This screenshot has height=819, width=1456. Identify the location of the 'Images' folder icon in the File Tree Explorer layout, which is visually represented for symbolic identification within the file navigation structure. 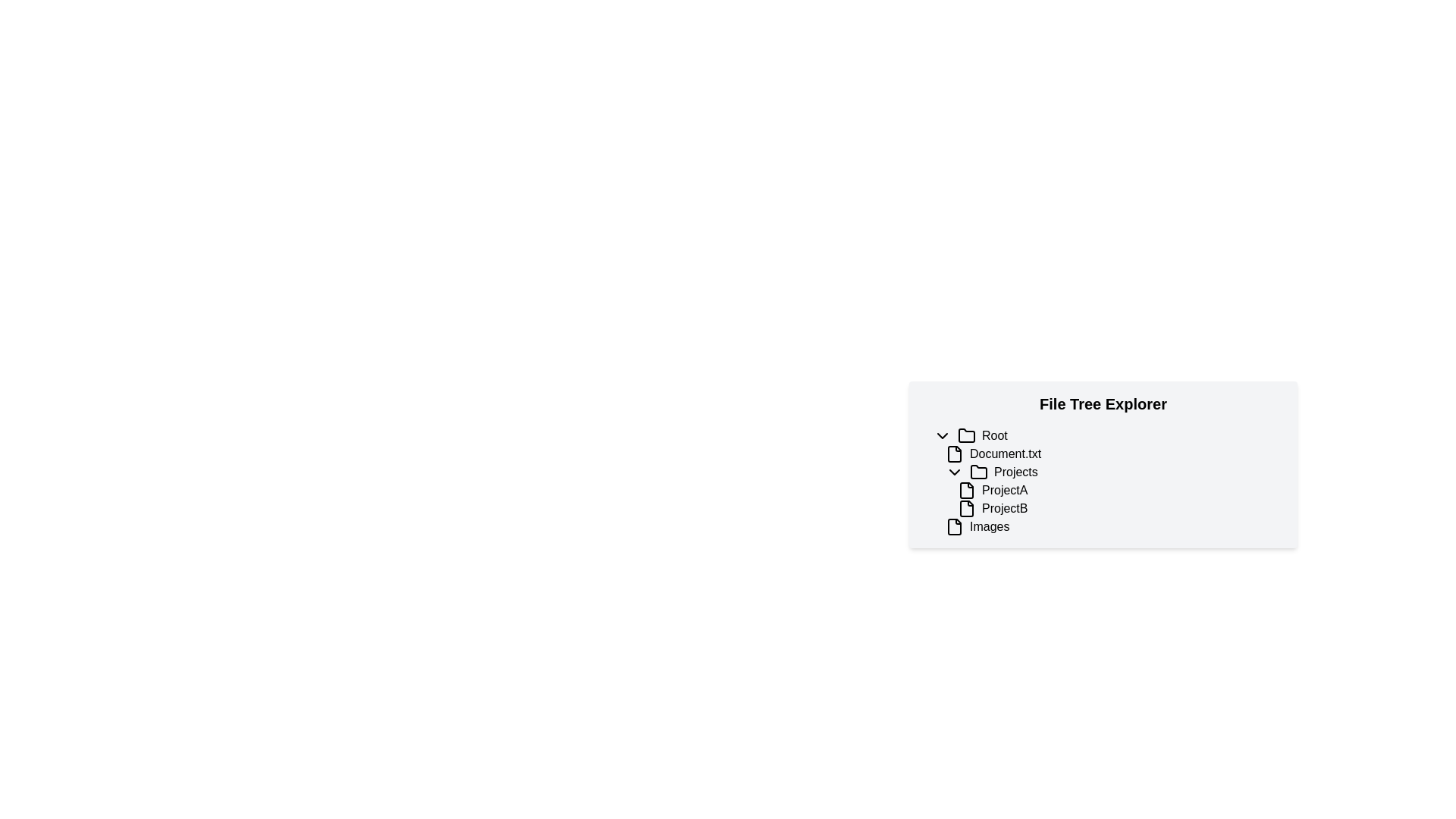
(953, 526).